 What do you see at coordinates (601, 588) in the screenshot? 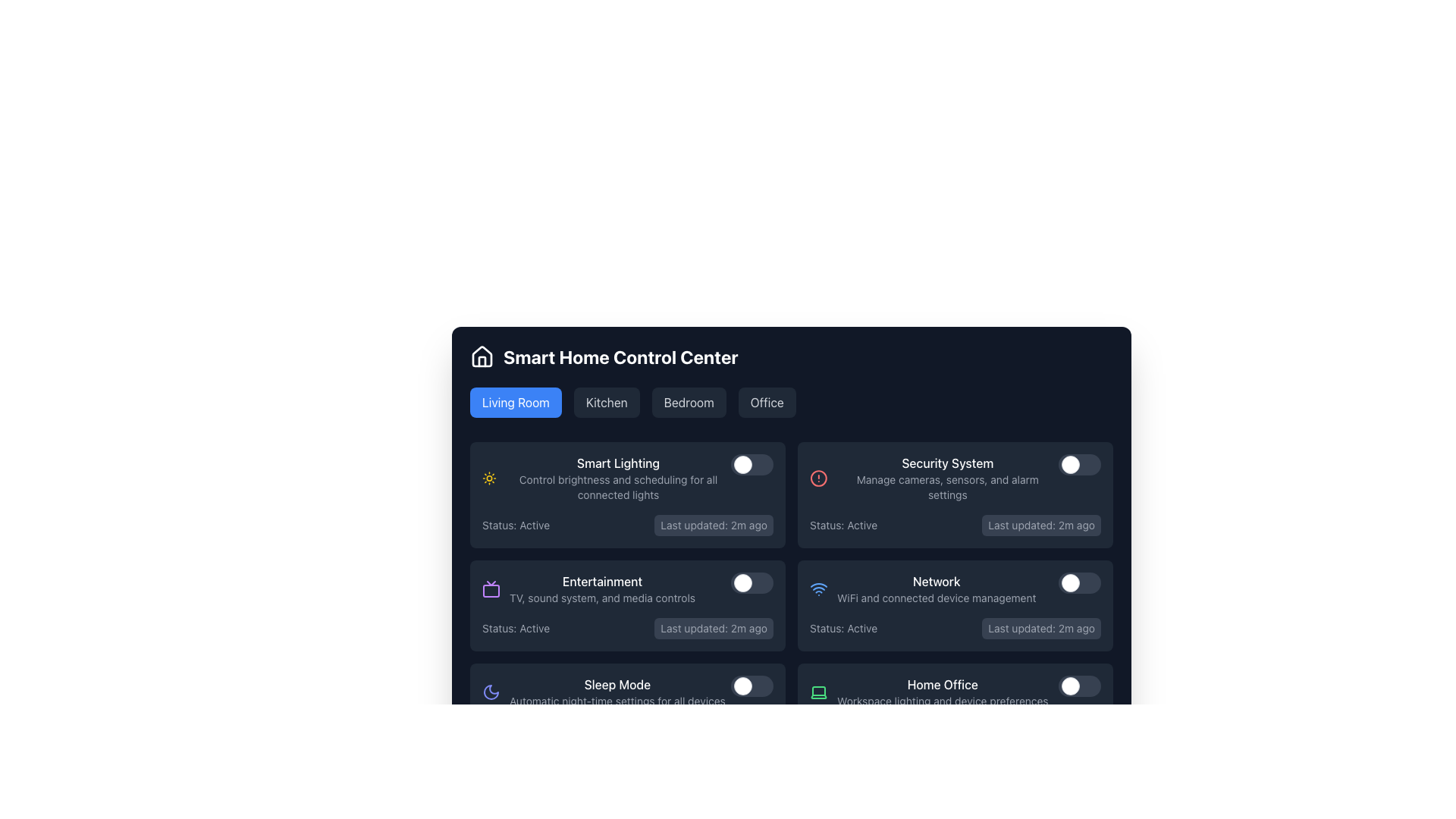
I see `the 'Entertainment' text label which displays 'Entertainment' in bold white font and 'TV, sound system, and media controls' in smaller gray font, located in the second row, first column of the grid layout` at bounding box center [601, 588].